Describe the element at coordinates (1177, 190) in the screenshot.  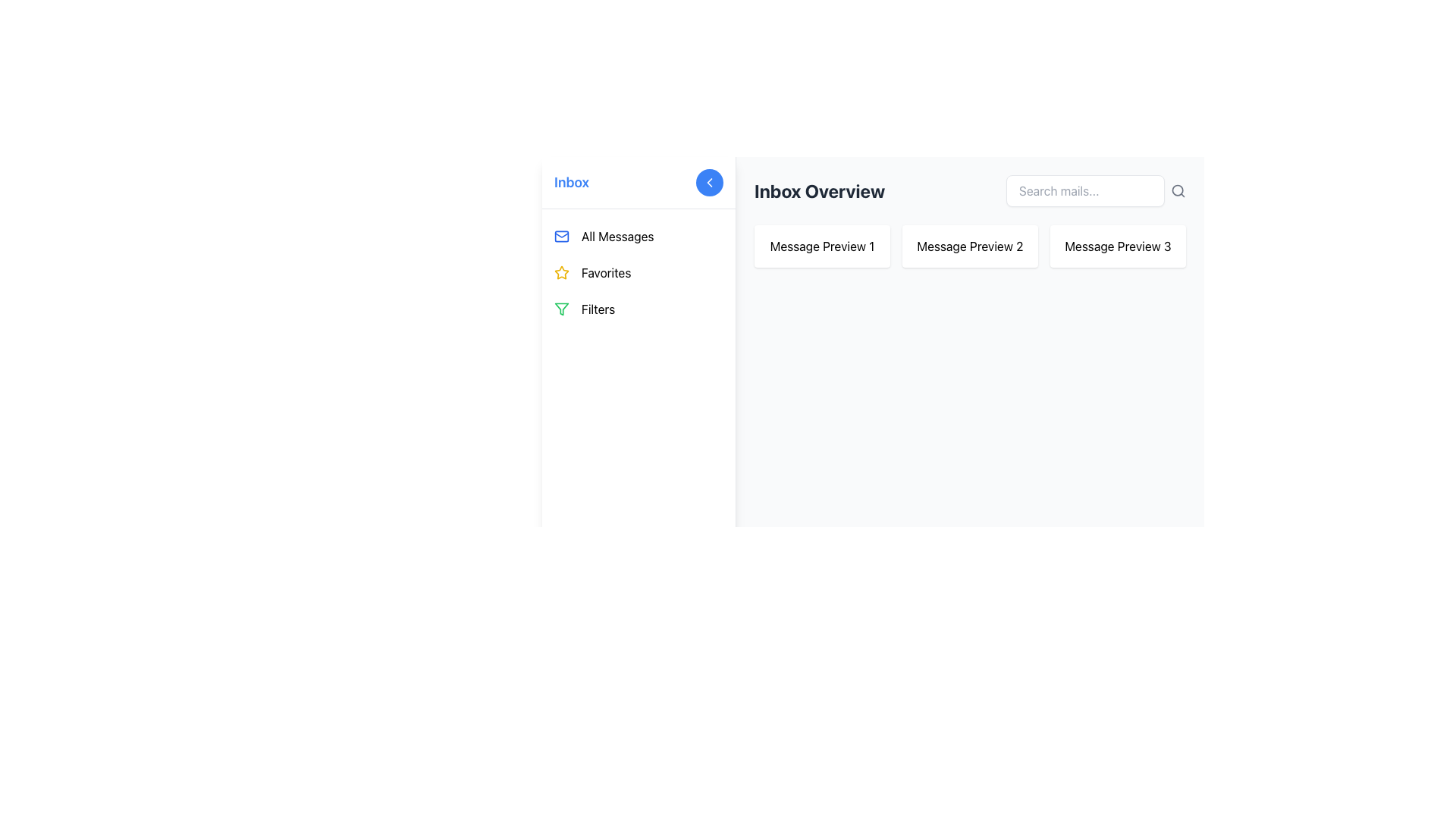
I see `the circular magnifying glass lens within the search icon located at the top-right of the application's interface` at that location.